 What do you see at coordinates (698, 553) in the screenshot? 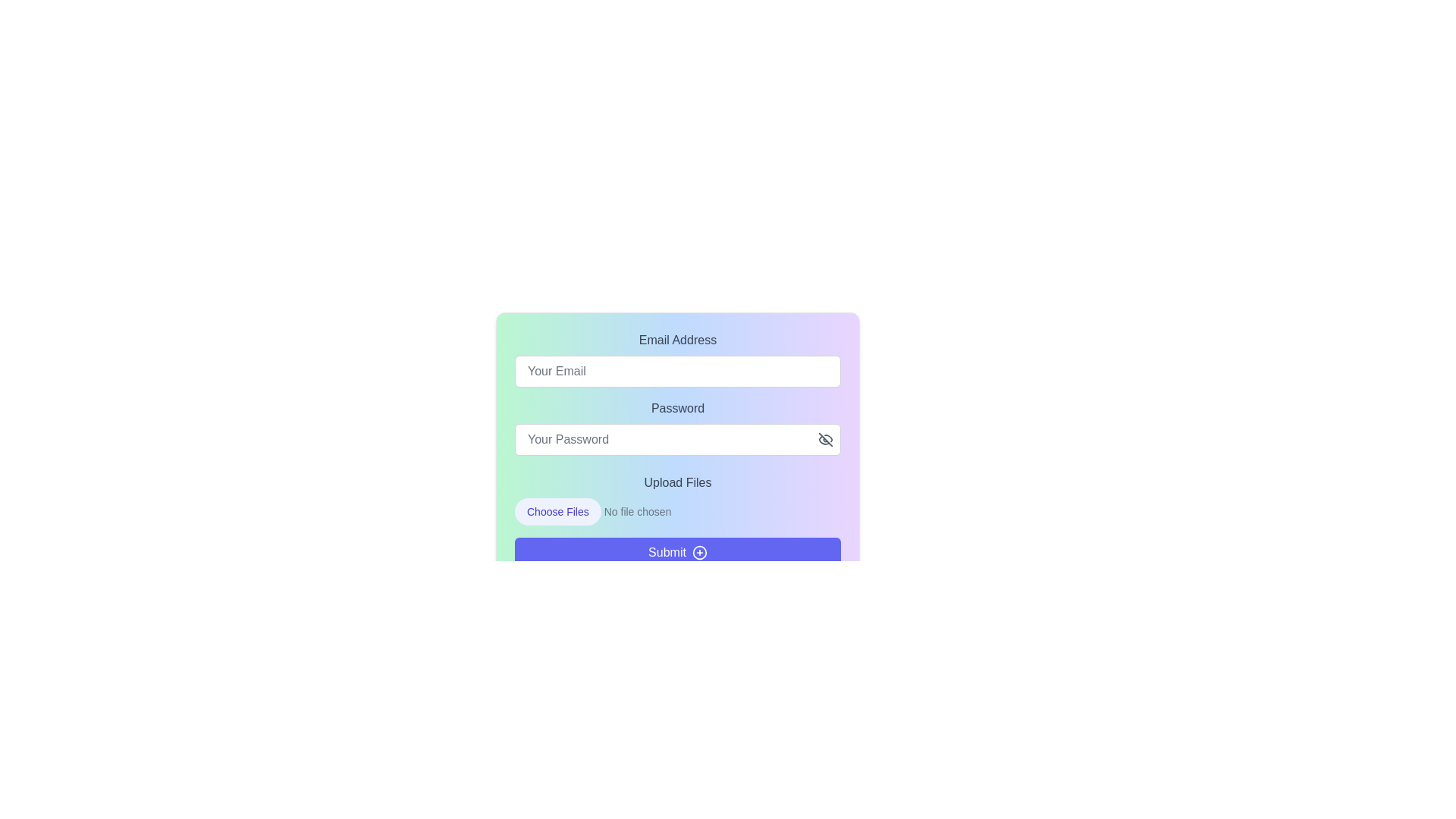
I see `the decorative icon element positioned to the right of the 'Submit' text in the button` at bounding box center [698, 553].